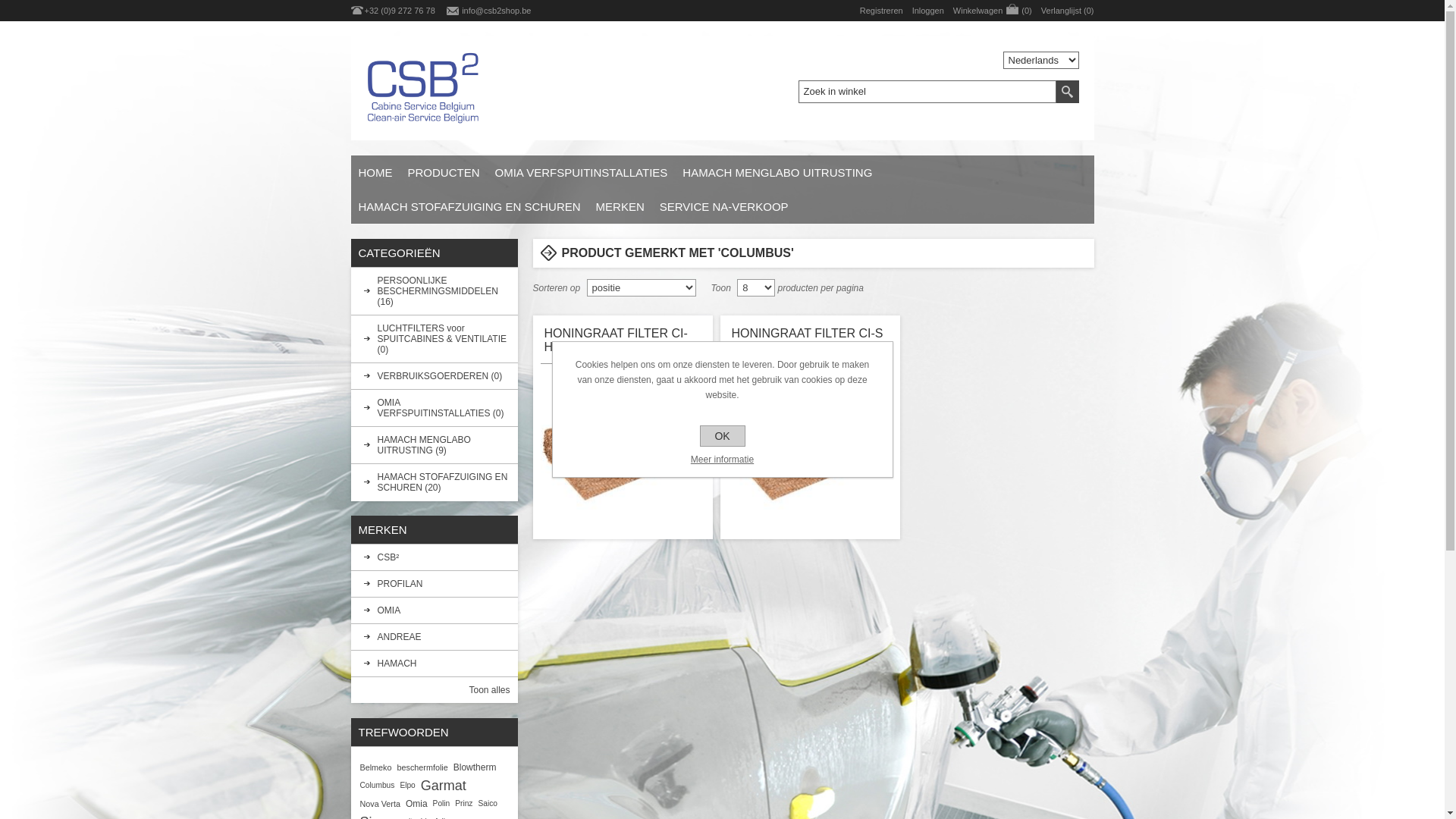  What do you see at coordinates (379, 803) in the screenshot?
I see `'Nova Verta'` at bounding box center [379, 803].